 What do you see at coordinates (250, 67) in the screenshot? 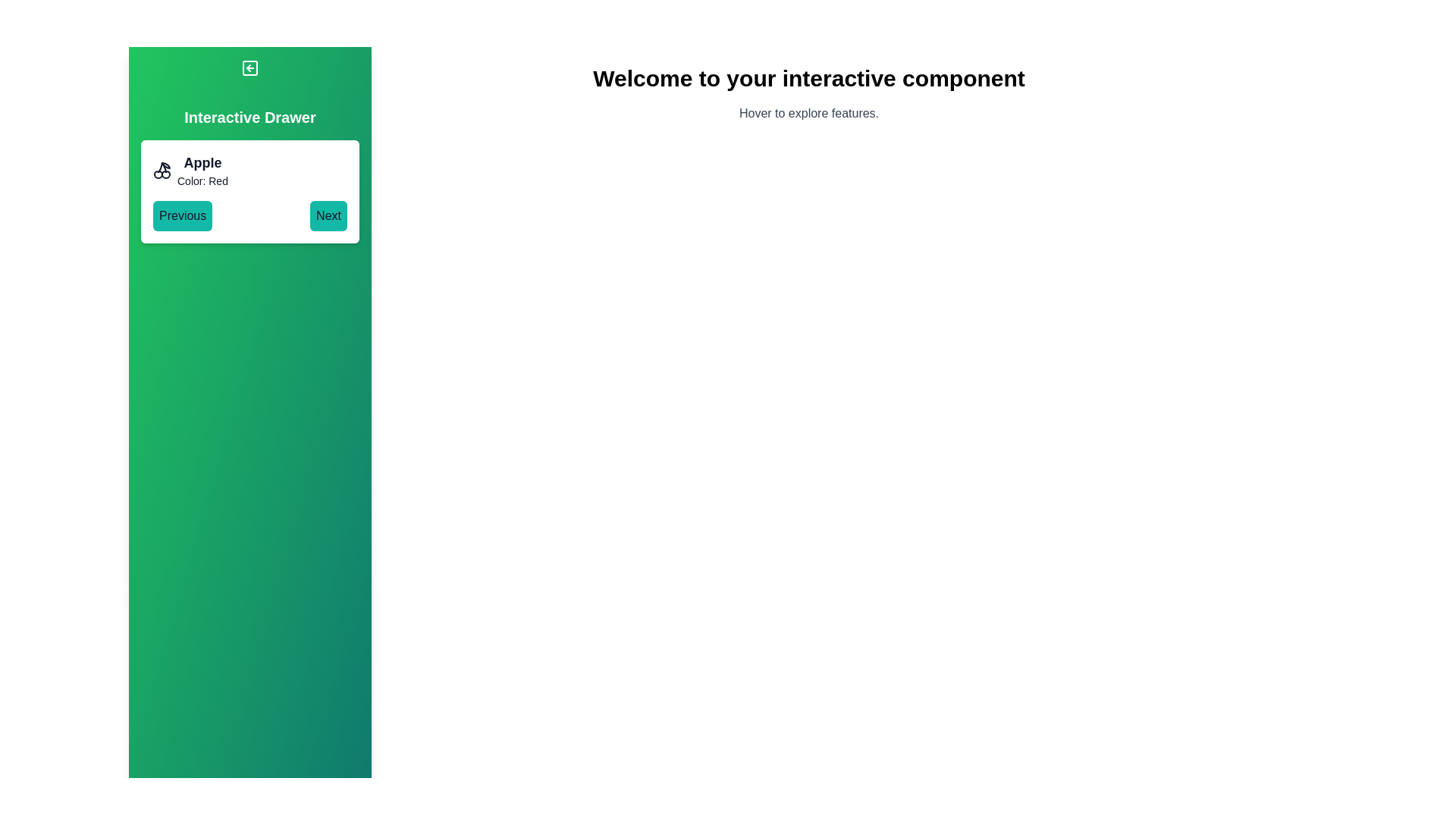
I see `the toggle button to change the drawer's expanded state` at bounding box center [250, 67].